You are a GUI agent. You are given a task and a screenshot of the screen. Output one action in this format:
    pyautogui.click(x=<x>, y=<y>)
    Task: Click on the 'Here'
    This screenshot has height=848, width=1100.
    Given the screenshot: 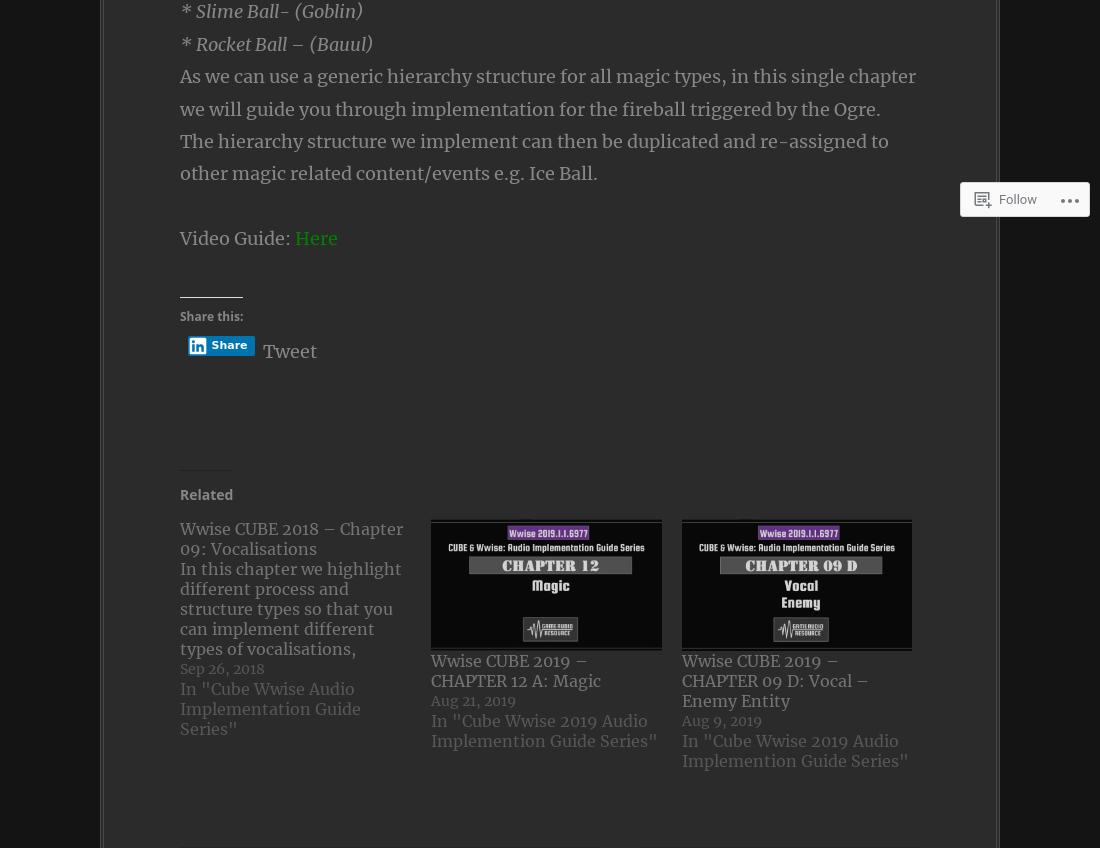 What is the action you would take?
    pyautogui.click(x=315, y=237)
    